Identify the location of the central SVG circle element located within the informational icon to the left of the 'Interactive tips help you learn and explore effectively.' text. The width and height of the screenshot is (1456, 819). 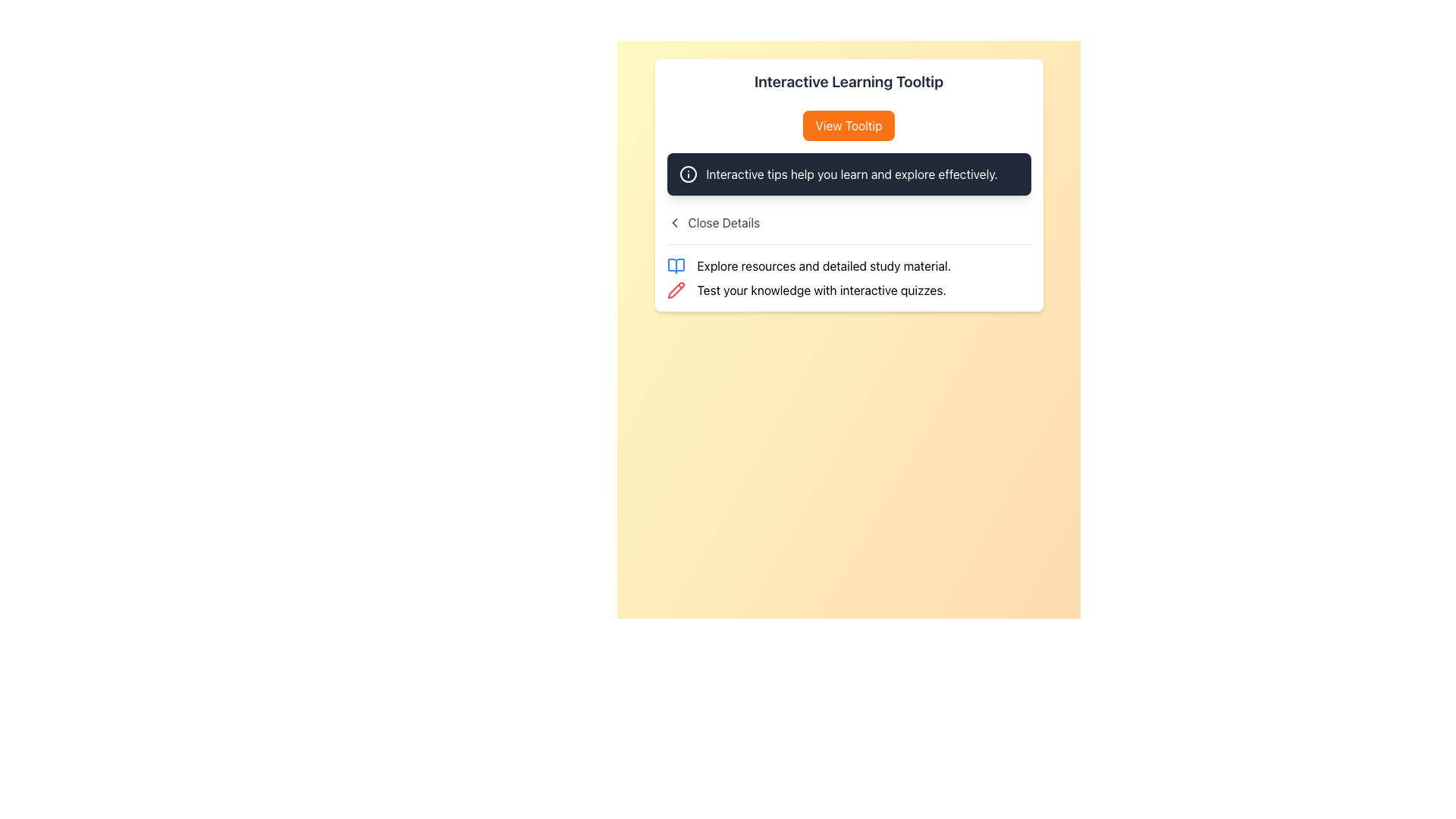
(687, 174).